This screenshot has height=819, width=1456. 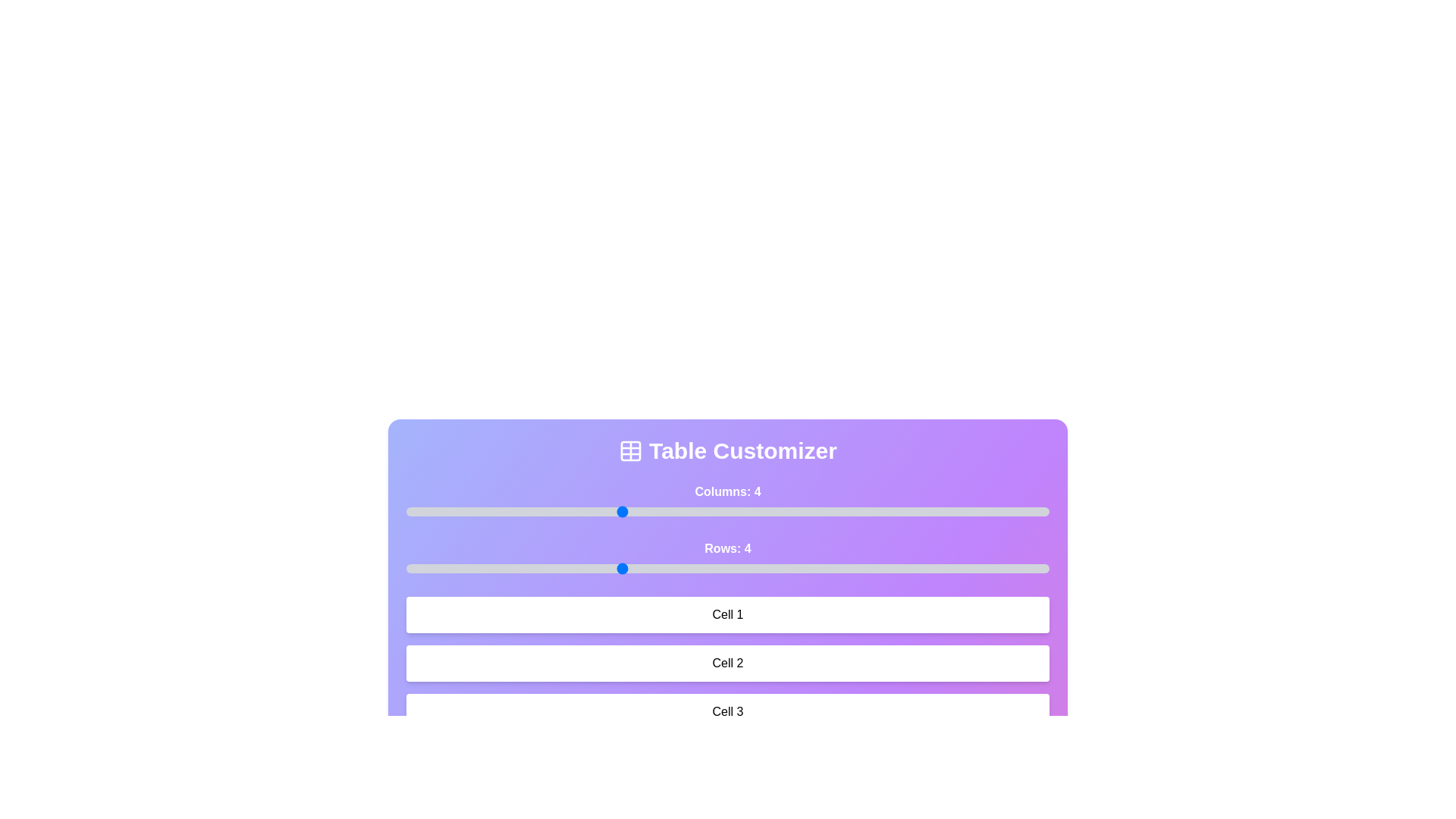 I want to click on the number of rows by setting the slider to 2 rows, so click(x=406, y=568).